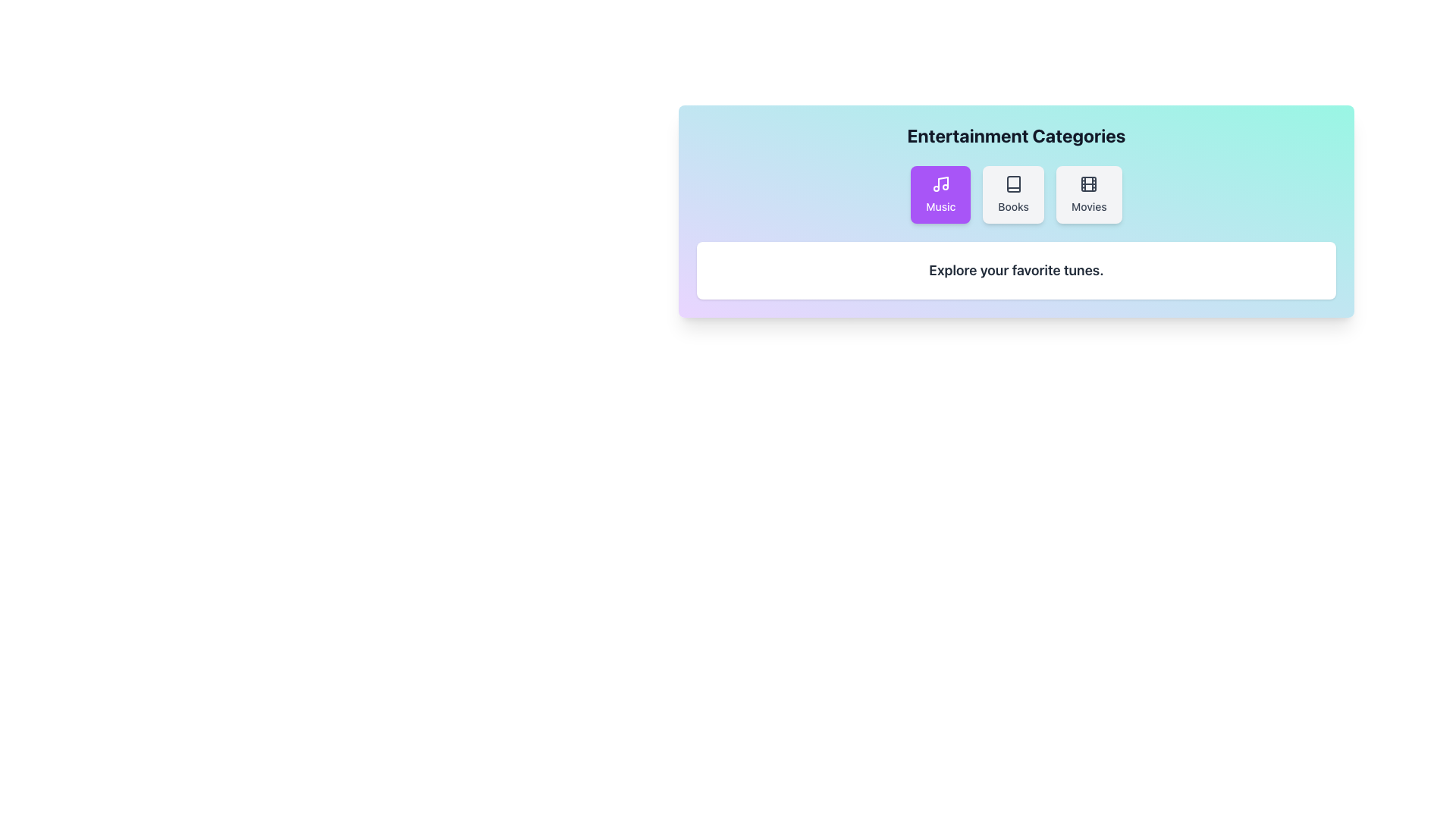 This screenshot has width=1456, height=819. Describe the element at coordinates (1088, 194) in the screenshot. I see `the button labeled 'Movies' which is the third button in a row of three buttons in the 'Entertainment Categories' section` at that location.